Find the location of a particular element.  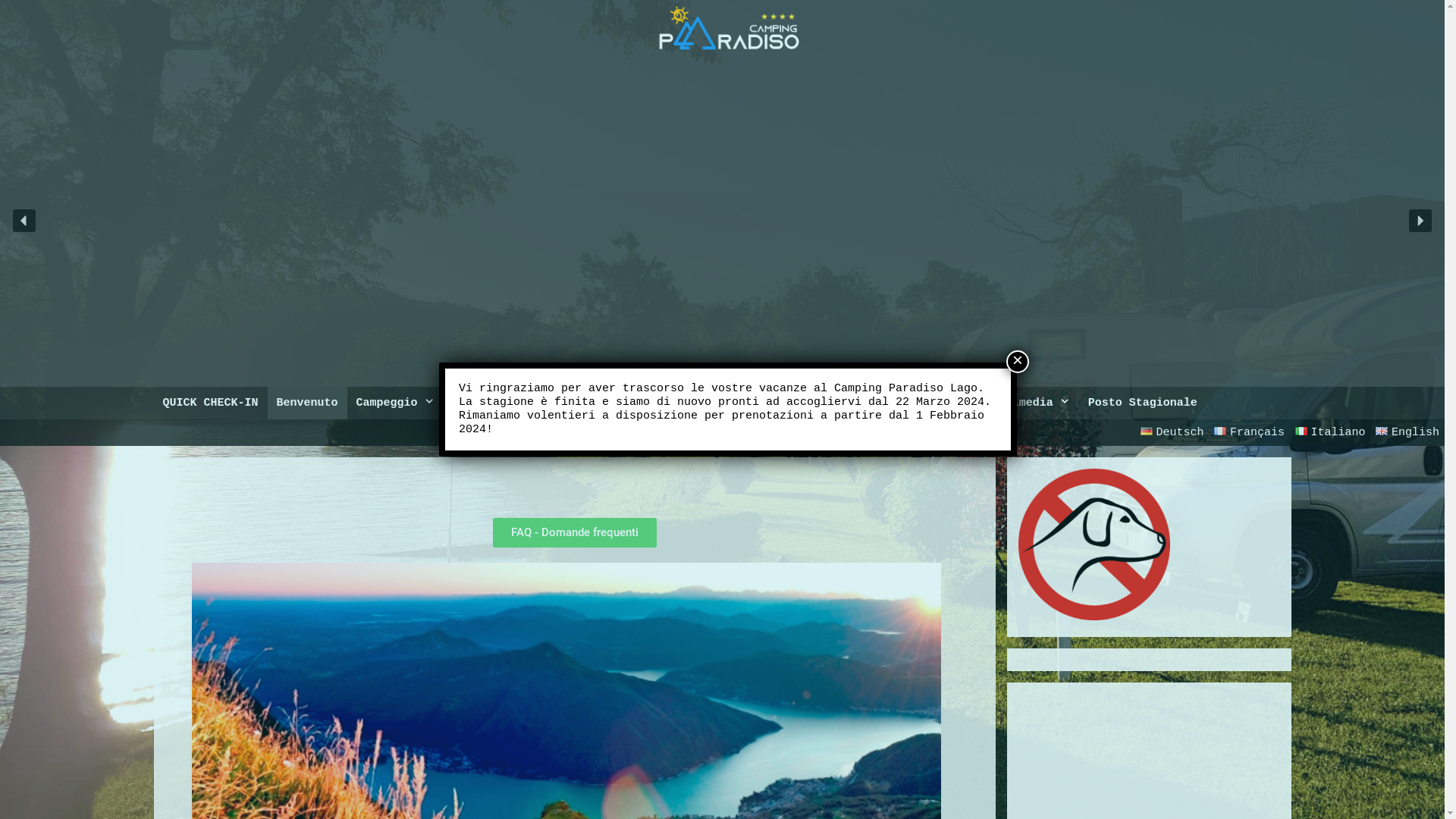

'QUICK CHECK-IN' is located at coordinates (209, 402).